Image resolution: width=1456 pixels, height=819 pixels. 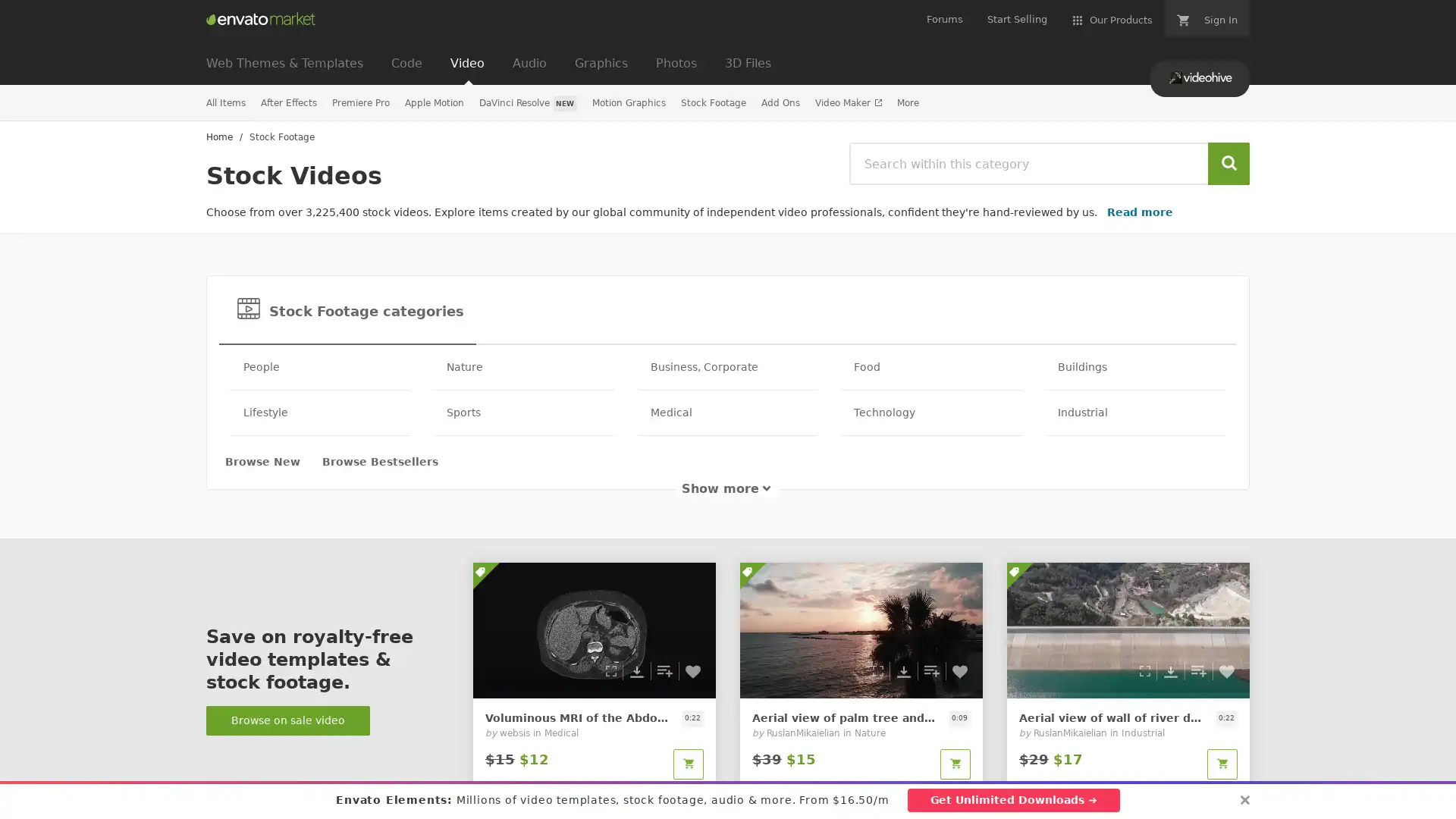 I want to click on Download preview, so click(x=903, y=670).